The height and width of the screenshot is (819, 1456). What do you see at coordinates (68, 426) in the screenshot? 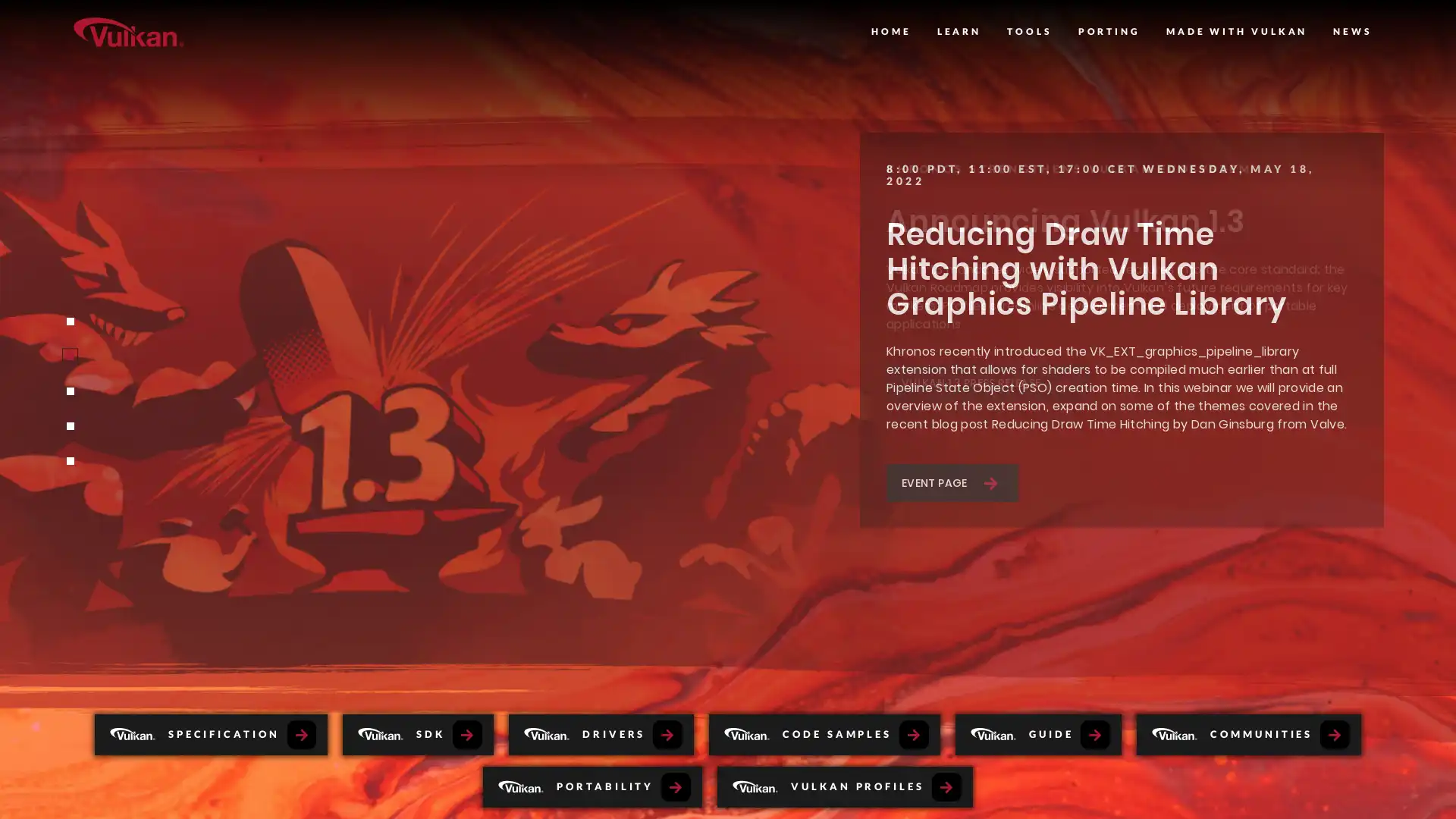
I see `4` at bounding box center [68, 426].